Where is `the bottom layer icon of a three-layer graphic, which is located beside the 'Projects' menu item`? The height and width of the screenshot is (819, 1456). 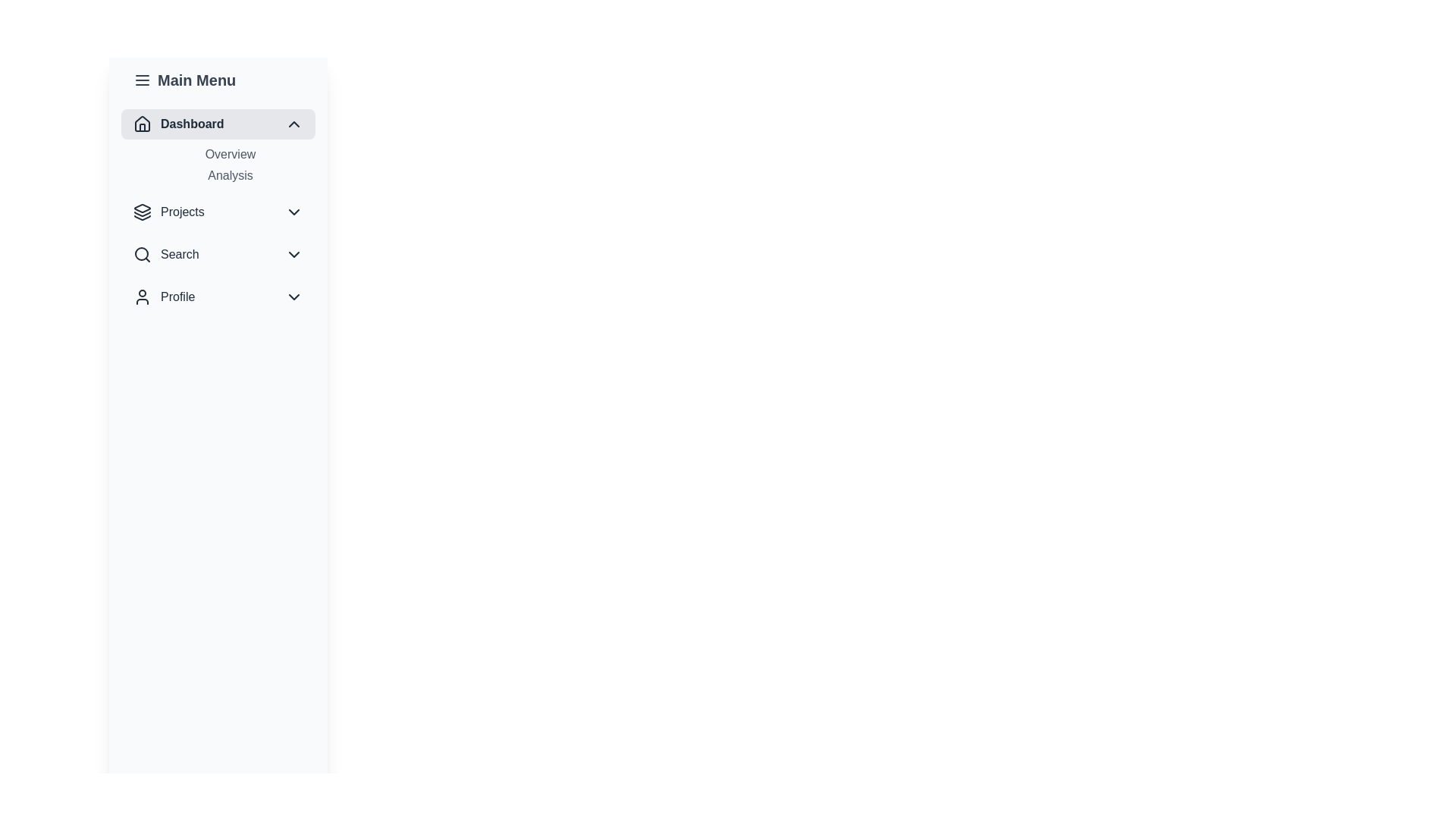
the bottom layer icon of a three-layer graphic, which is located beside the 'Projects' menu item is located at coordinates (142, 218).